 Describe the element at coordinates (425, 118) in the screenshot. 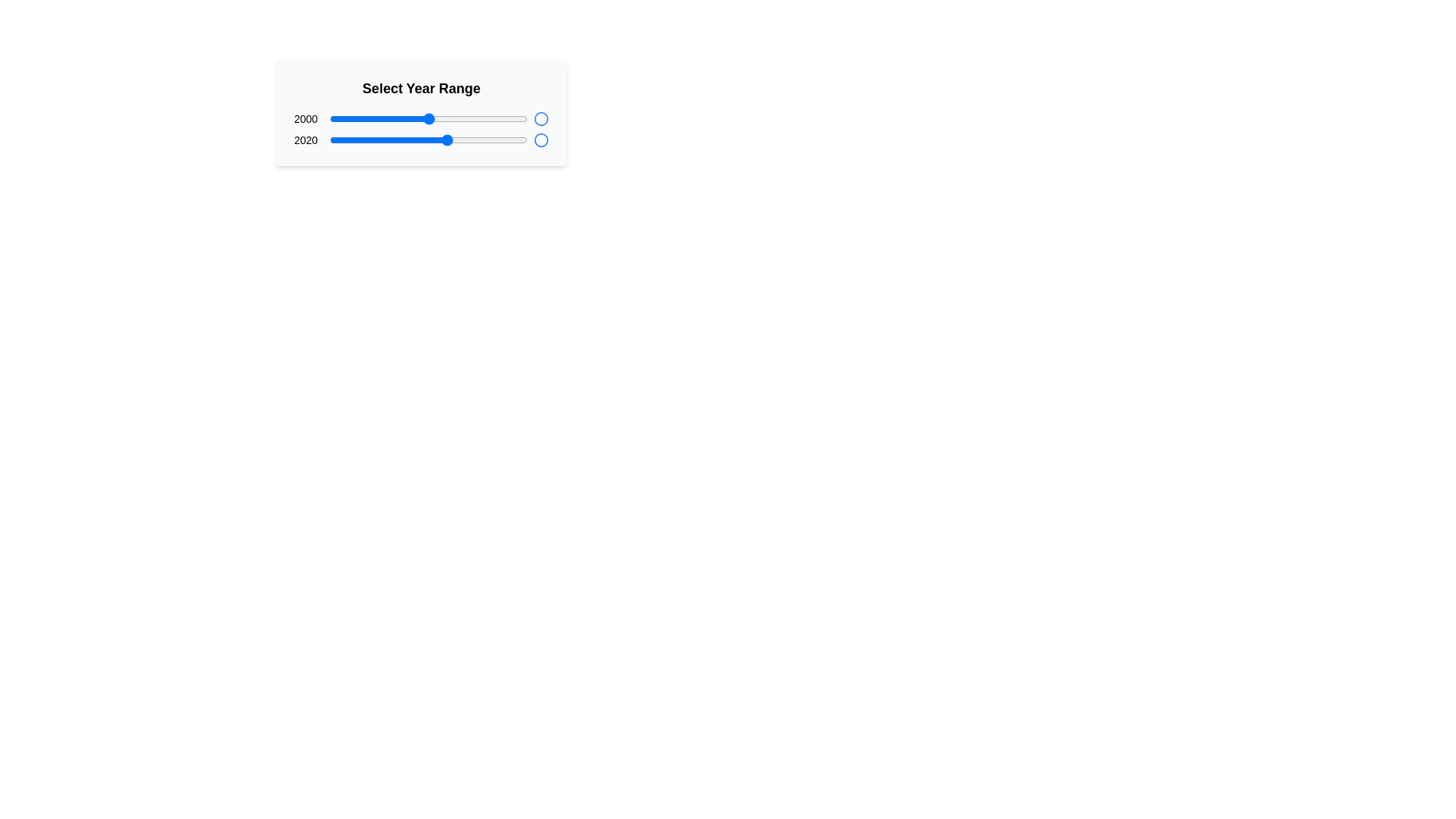

I see `the slider` at that location.